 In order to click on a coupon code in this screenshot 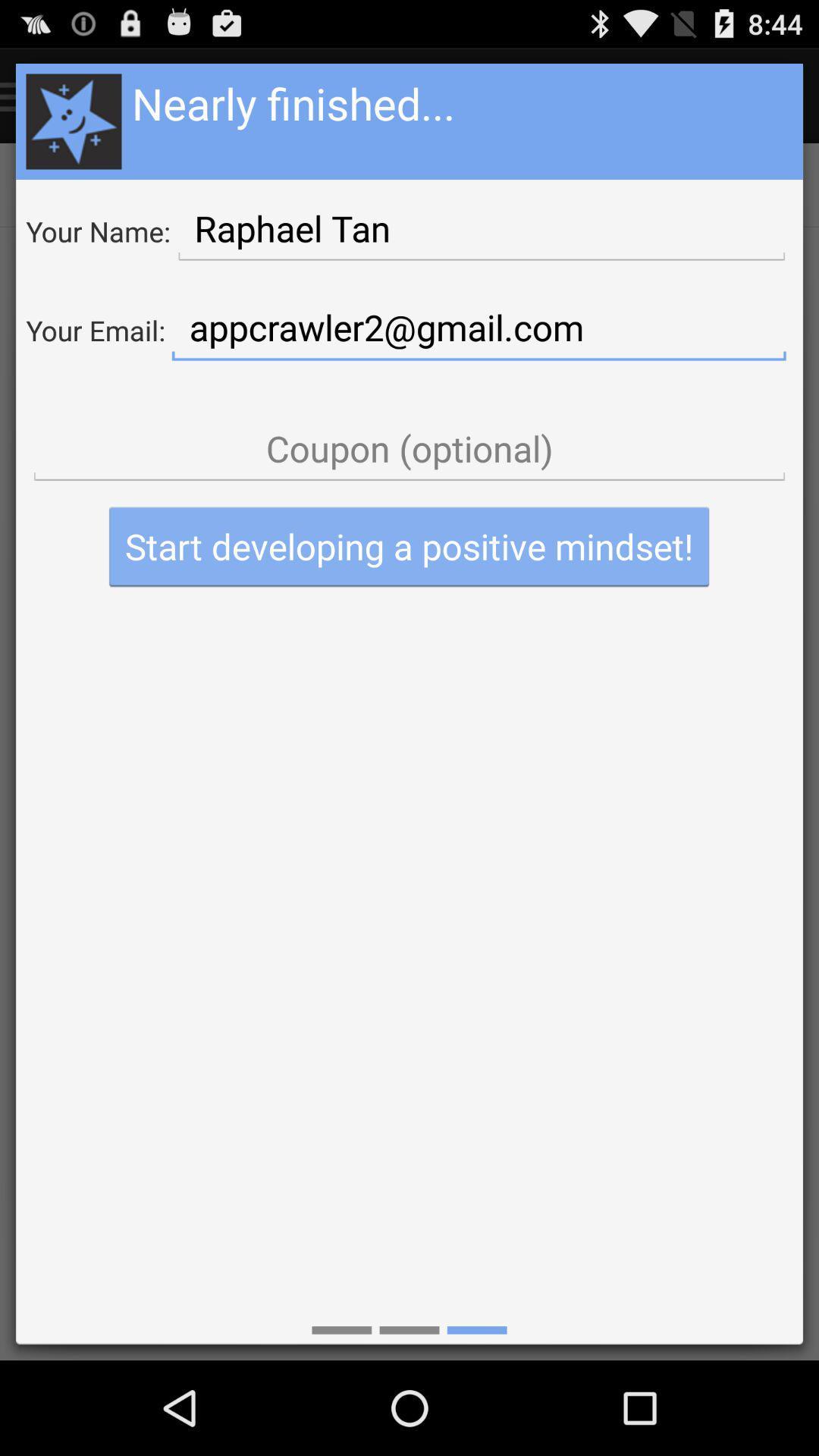, I will do `click(409, 448)`.